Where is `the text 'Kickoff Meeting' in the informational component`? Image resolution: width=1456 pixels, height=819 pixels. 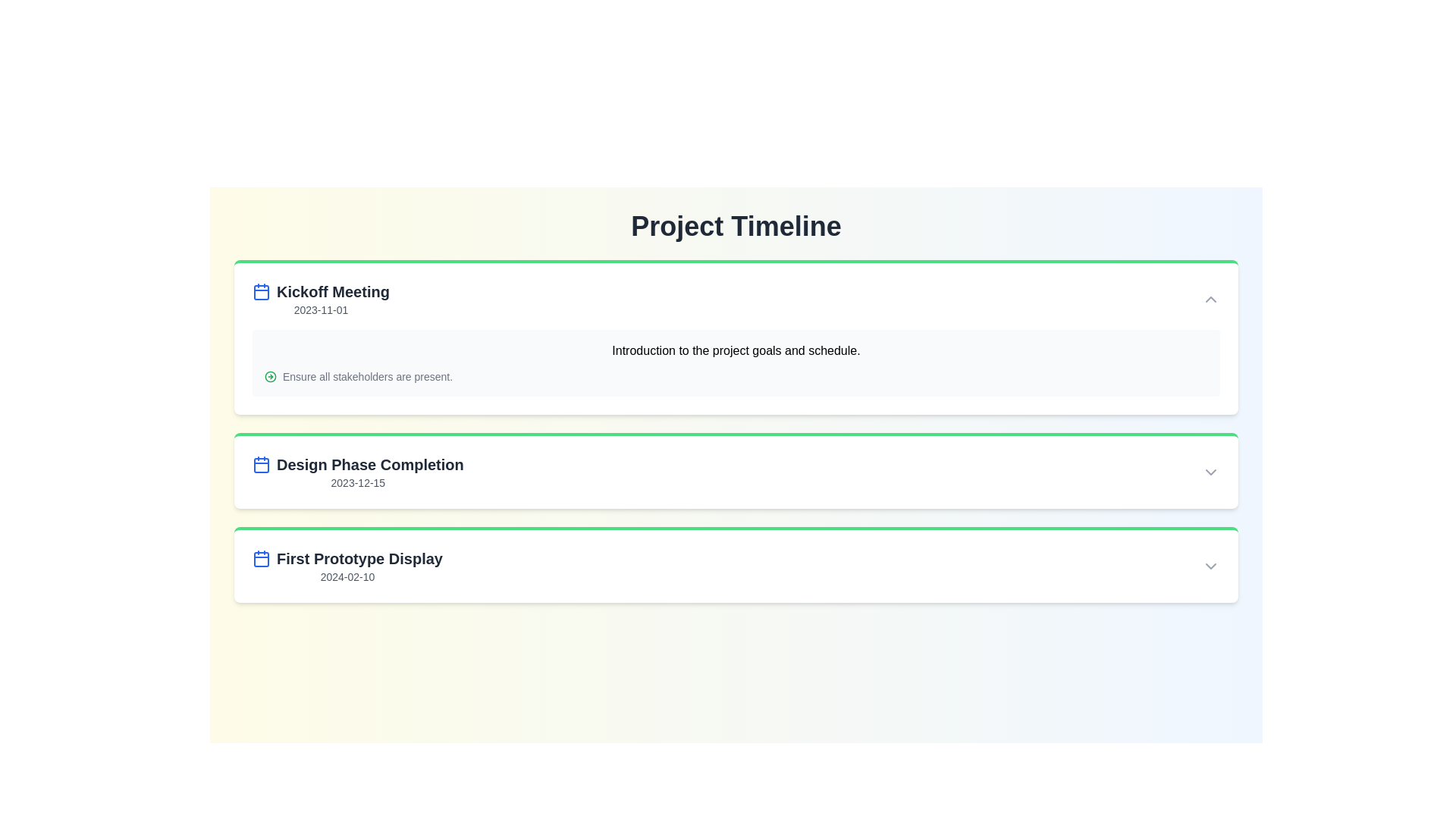 the text 'Kickoff Meeting' in the informational component is located at coordinates (320, 299).